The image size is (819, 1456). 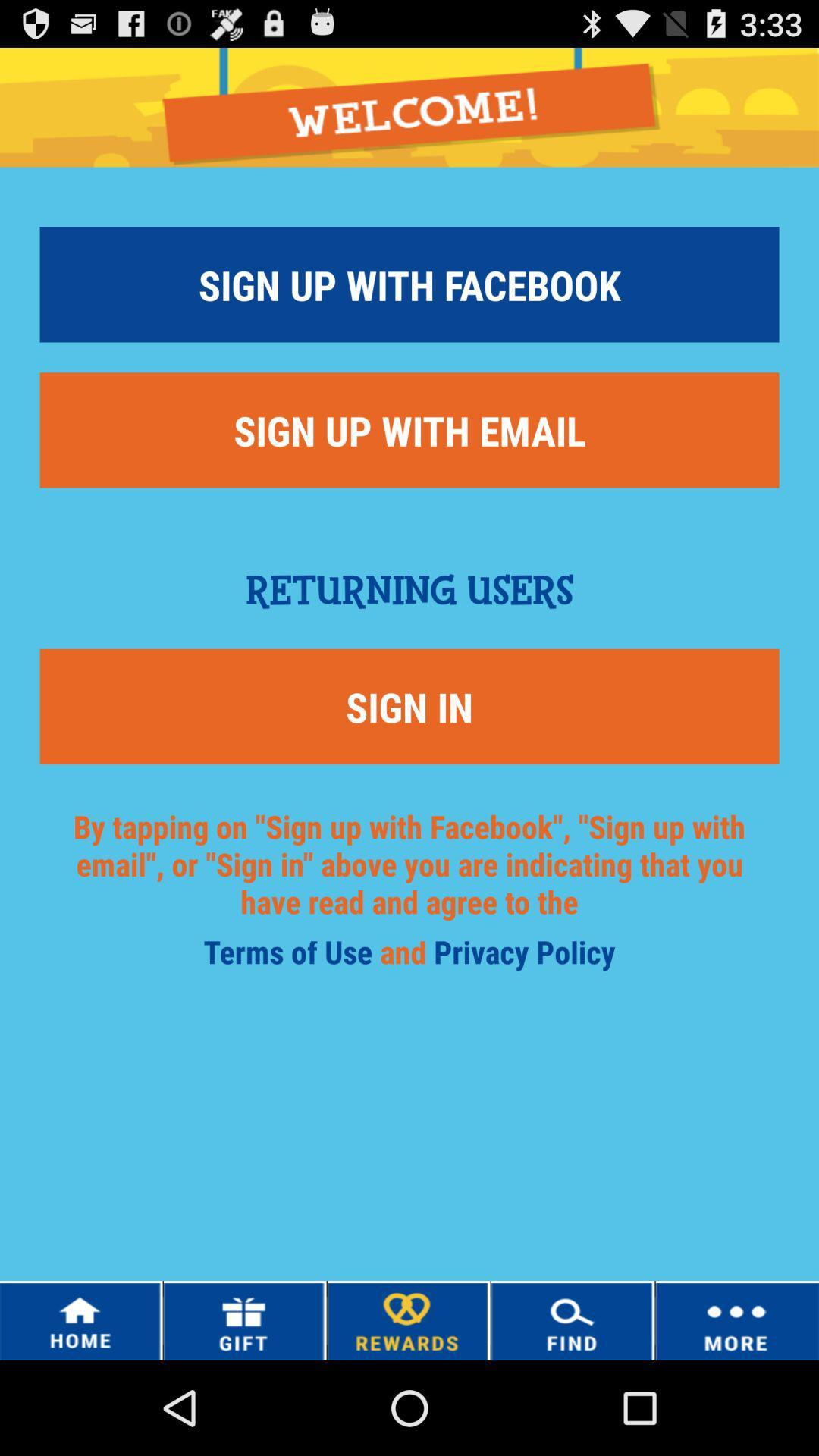 I want to click on the icon below sign in item, so click(x=409, y=882).